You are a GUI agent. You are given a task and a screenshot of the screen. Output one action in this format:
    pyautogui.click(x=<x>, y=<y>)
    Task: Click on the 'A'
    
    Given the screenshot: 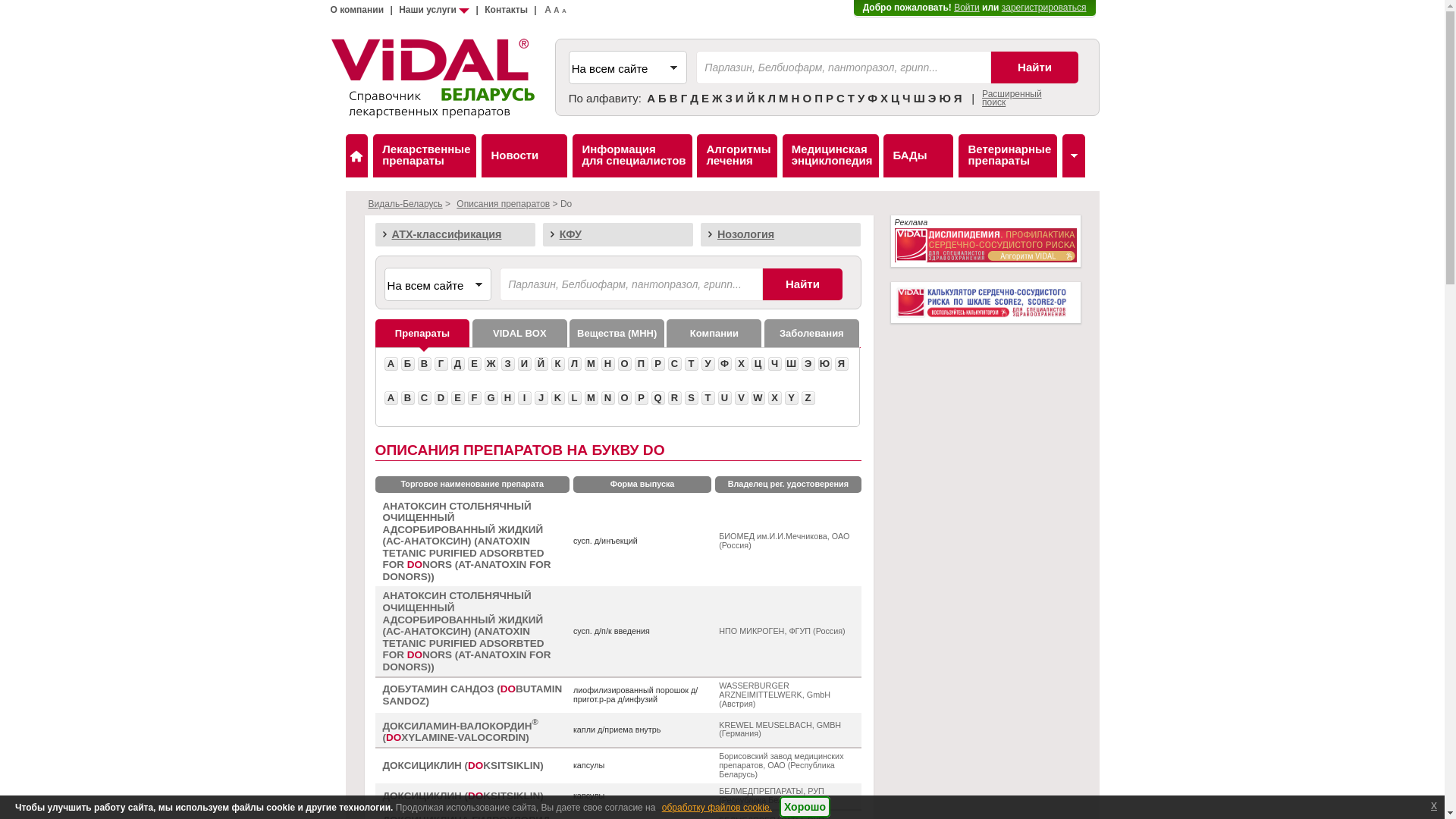 What is the action you would take?
    pyautogui.click(x=547, y=9)
    